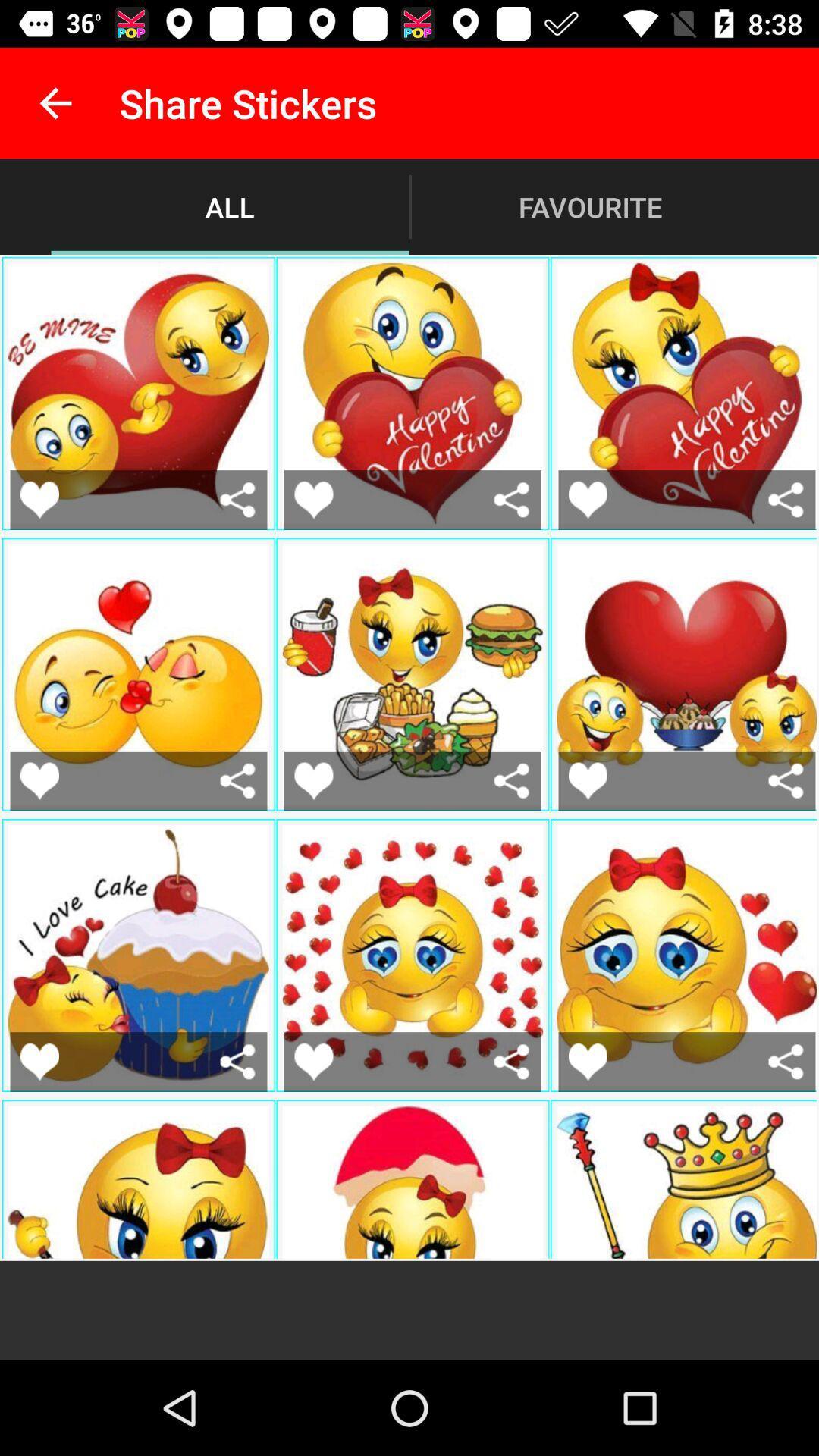 The image size is (819, 1456). I want to click on link this sticker, so click(785, 1061).